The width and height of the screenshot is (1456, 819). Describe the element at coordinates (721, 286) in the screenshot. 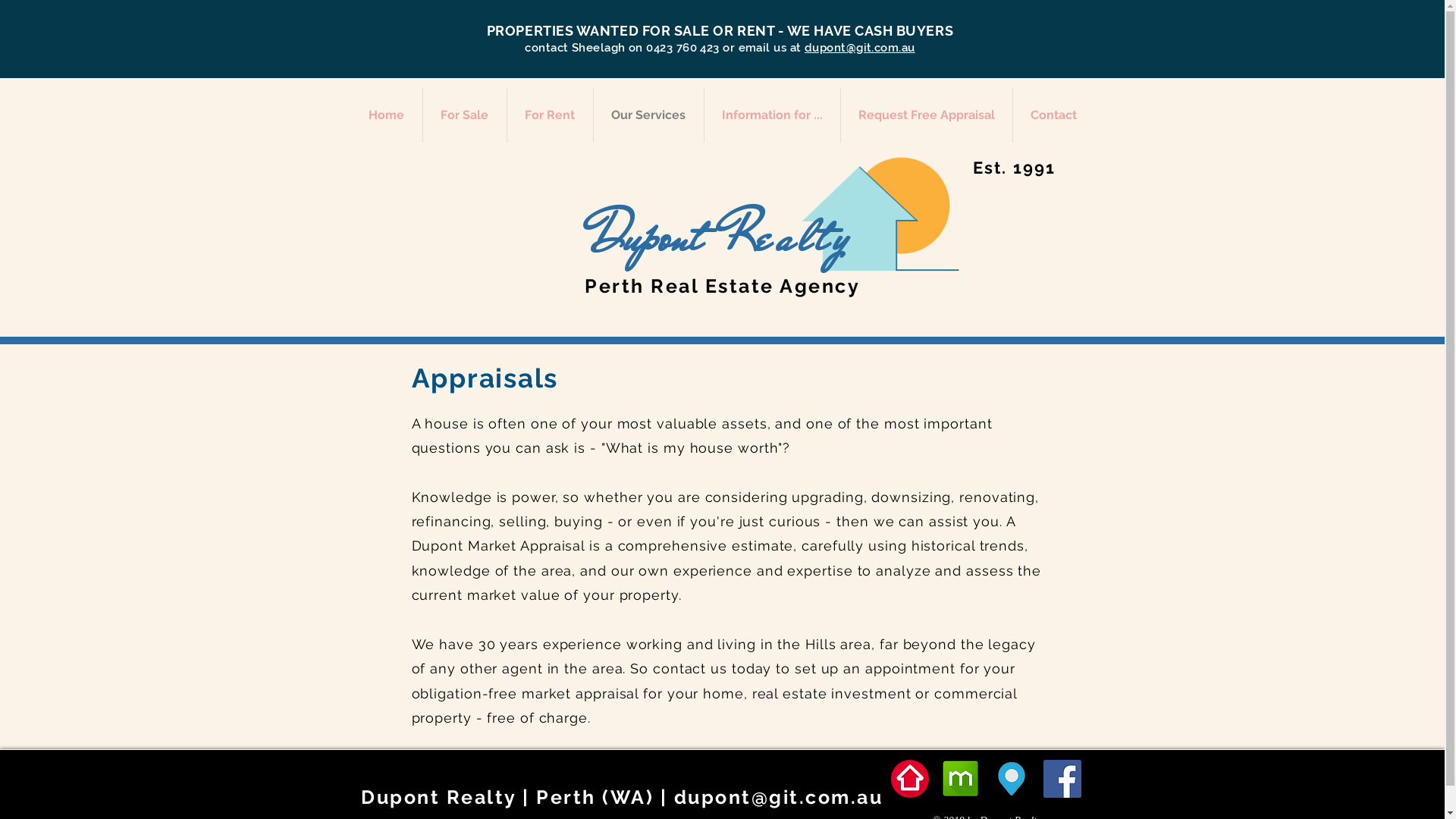

I see `'Perth Real Estate Agency'` at that location.